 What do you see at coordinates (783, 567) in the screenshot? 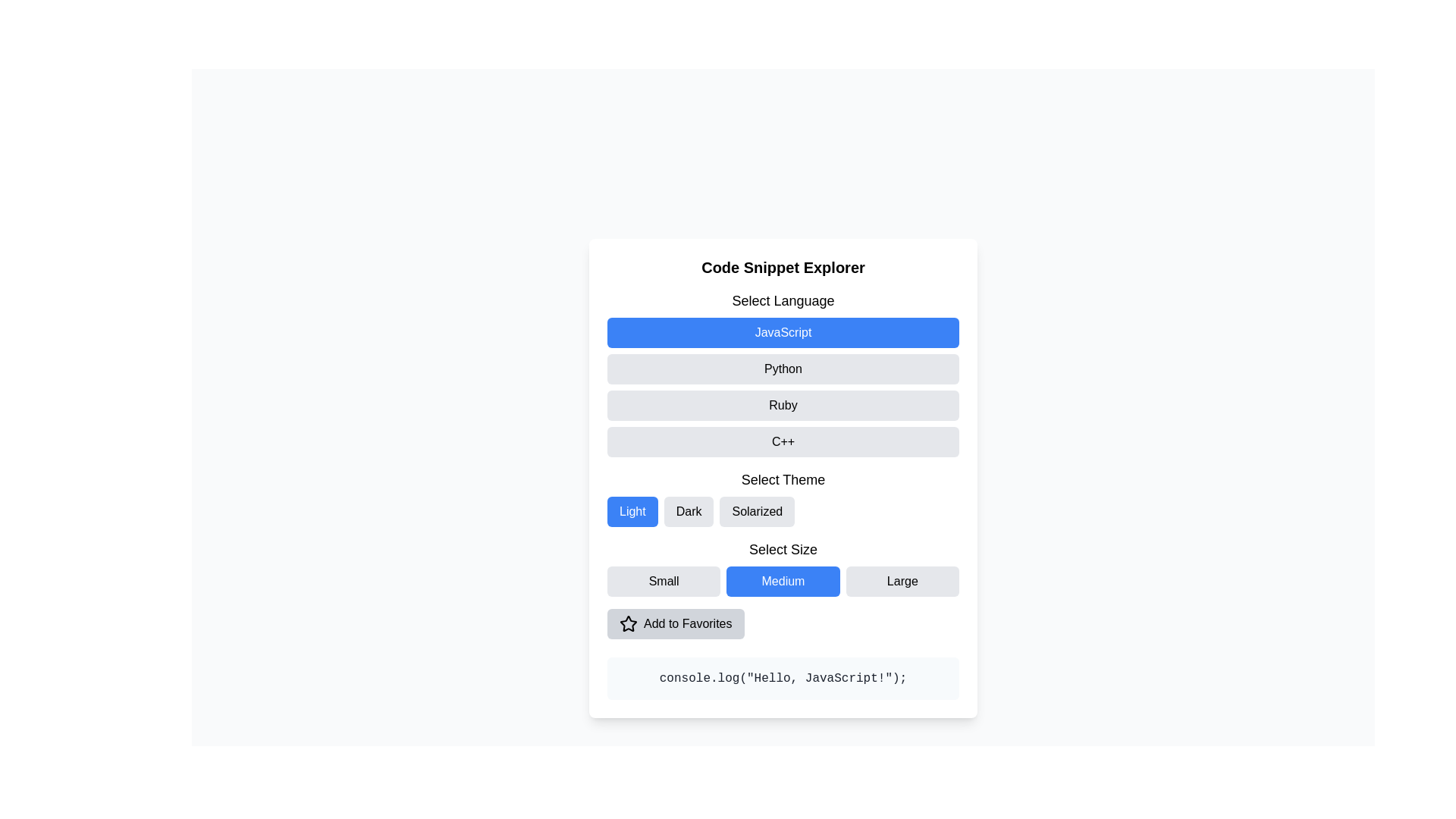
I see `the 'Medium' segmented button in the size selector group located in the 'Code Snippet Explorer' section` at bounding box center [783, 567].